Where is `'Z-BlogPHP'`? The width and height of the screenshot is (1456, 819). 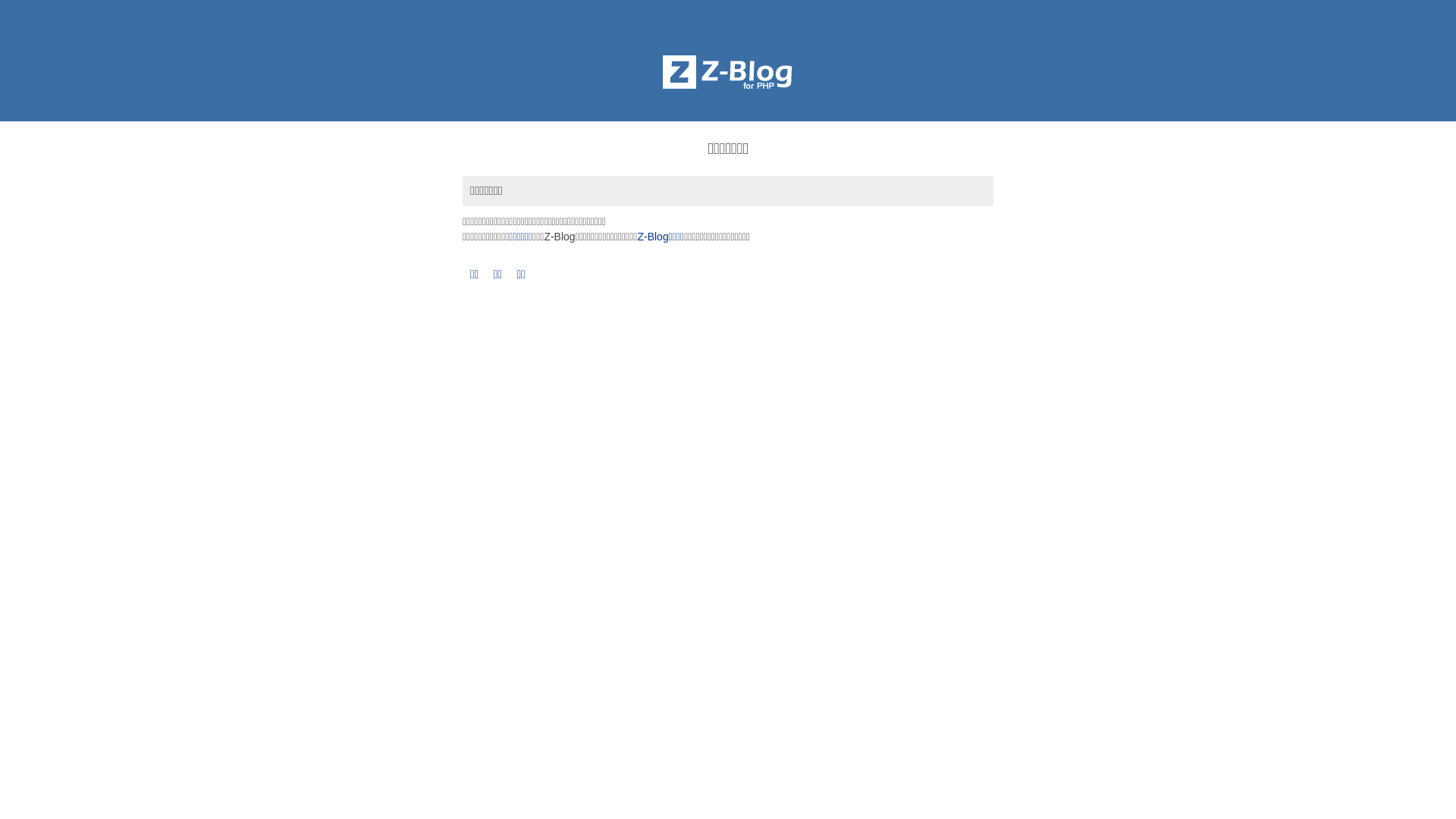
'Z-BlogPHP' is located at coordinates (728, 72).